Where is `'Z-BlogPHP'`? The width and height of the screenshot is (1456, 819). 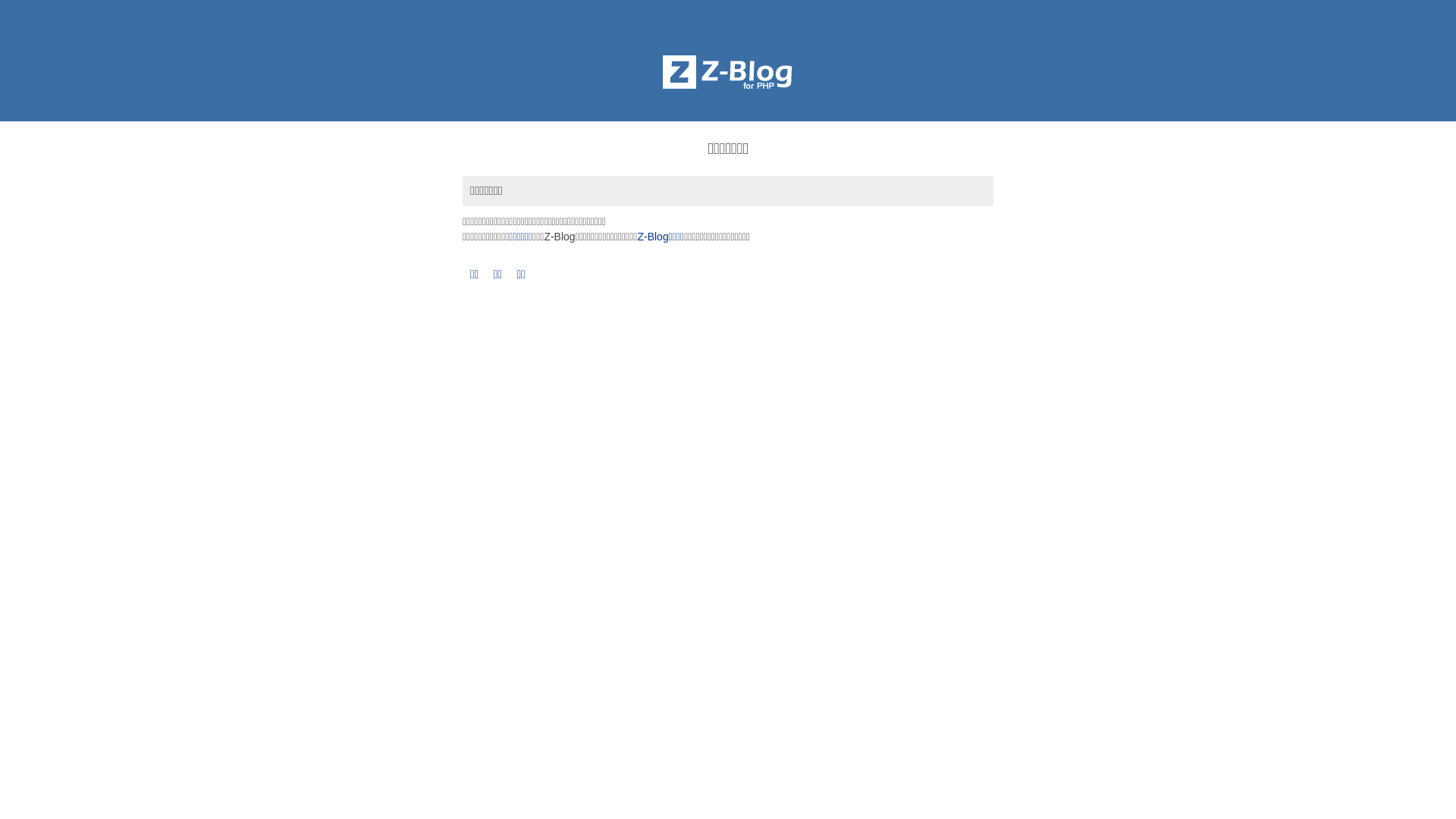
'Z-BlogPHP' is located at coordinates (728, 72).